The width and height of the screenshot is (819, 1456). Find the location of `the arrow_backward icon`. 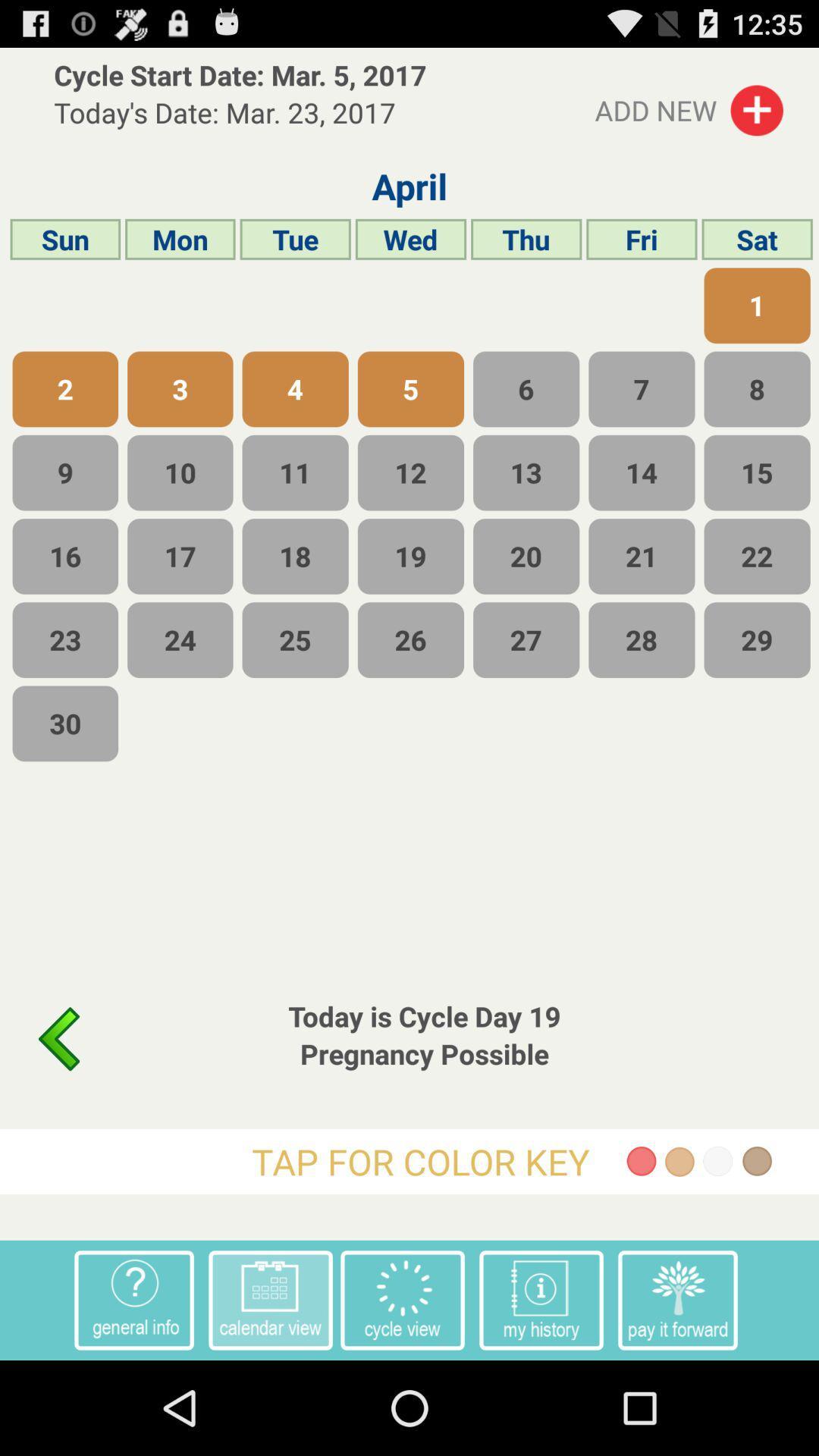

the arrow_backward icon is located at coordinates (58, 1112).